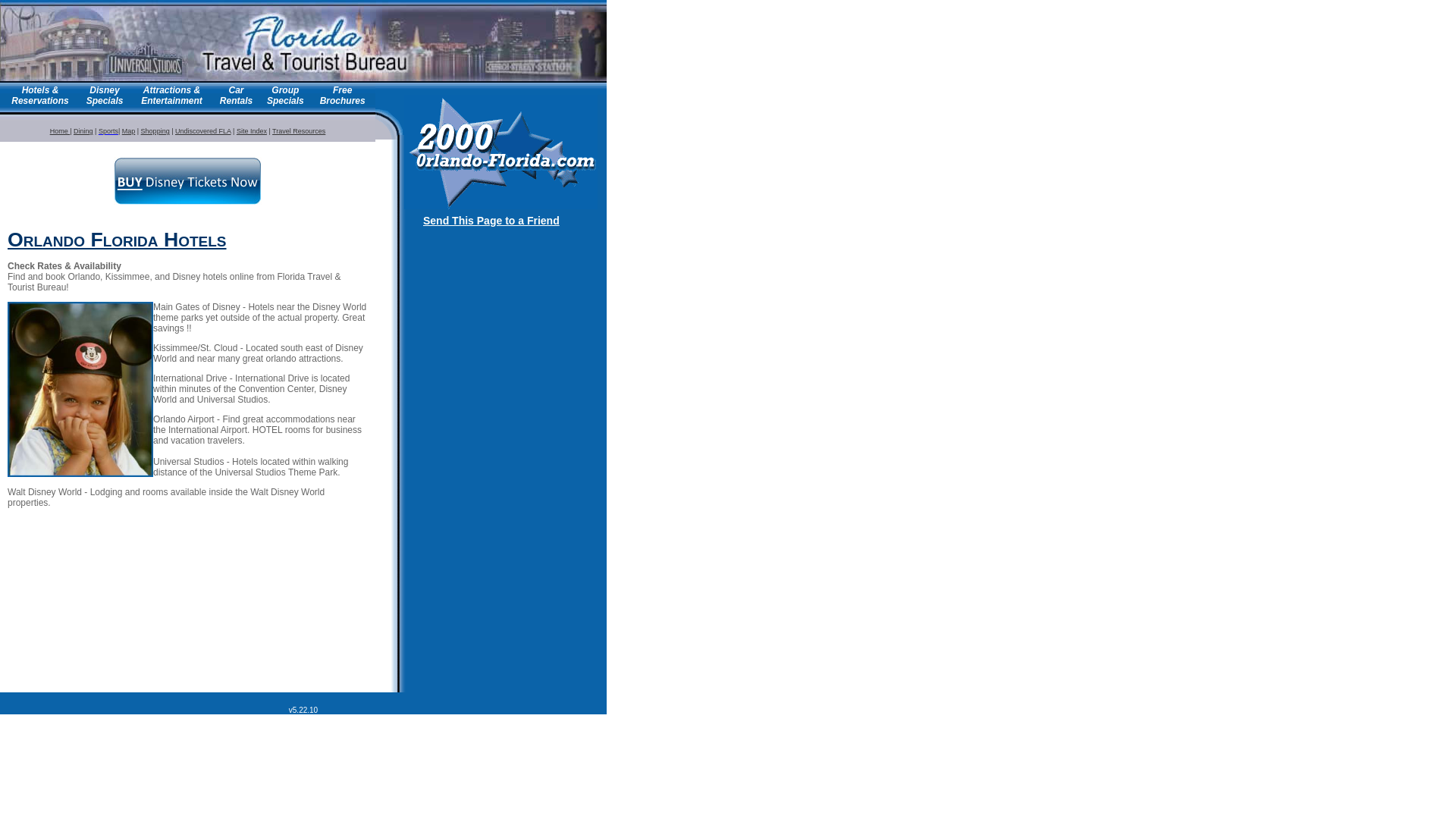 The image size is (1456, 819). Describe the element at coordinates (491, 220) in the screenshot. I see `'Send This Page to a Friend'` at that location.